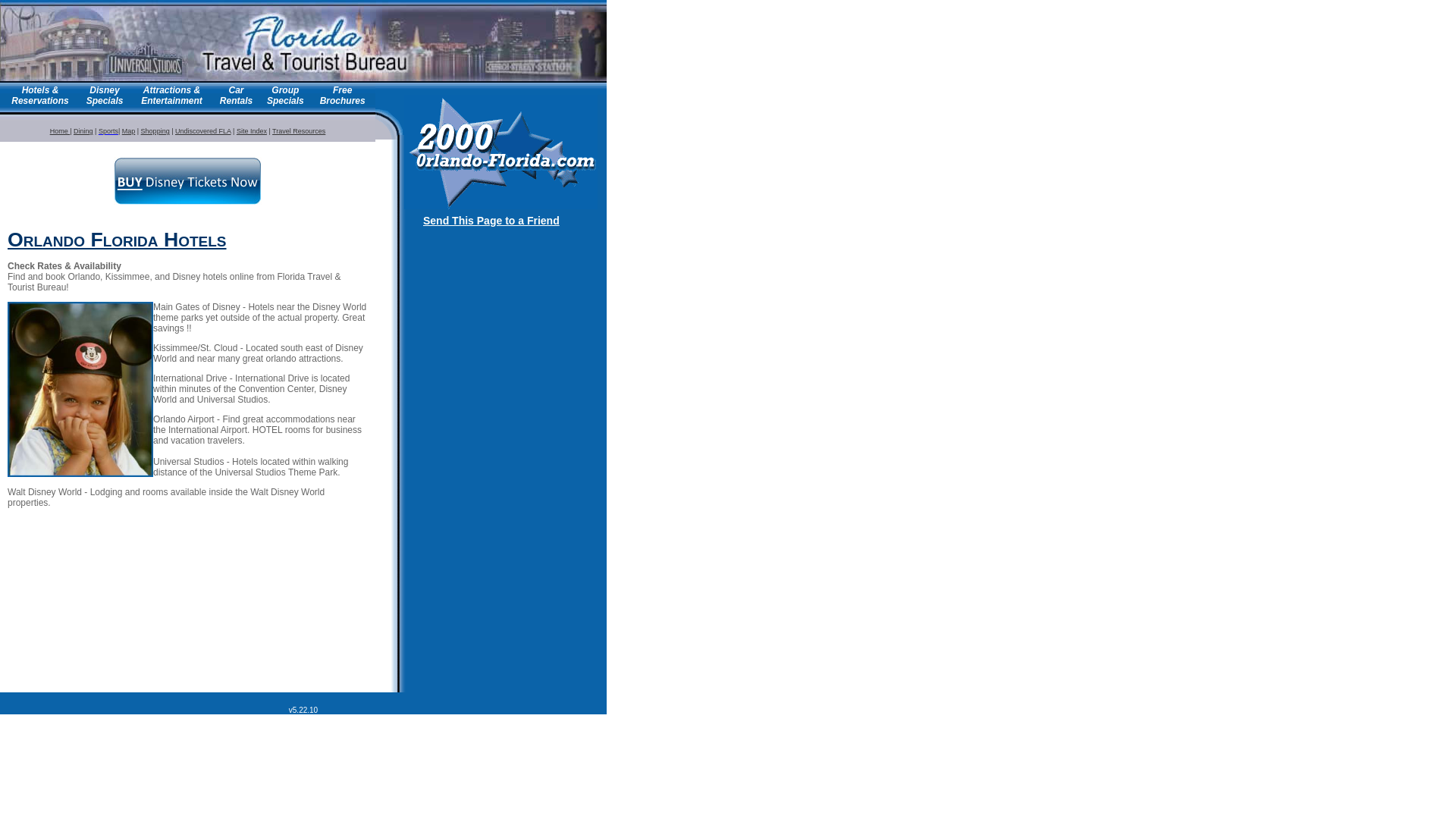 The image size is (1456, 819). Describe the element at coordinates (491, 220) in the screenshot. I see `'Send This Page to a Friend'` at that location.